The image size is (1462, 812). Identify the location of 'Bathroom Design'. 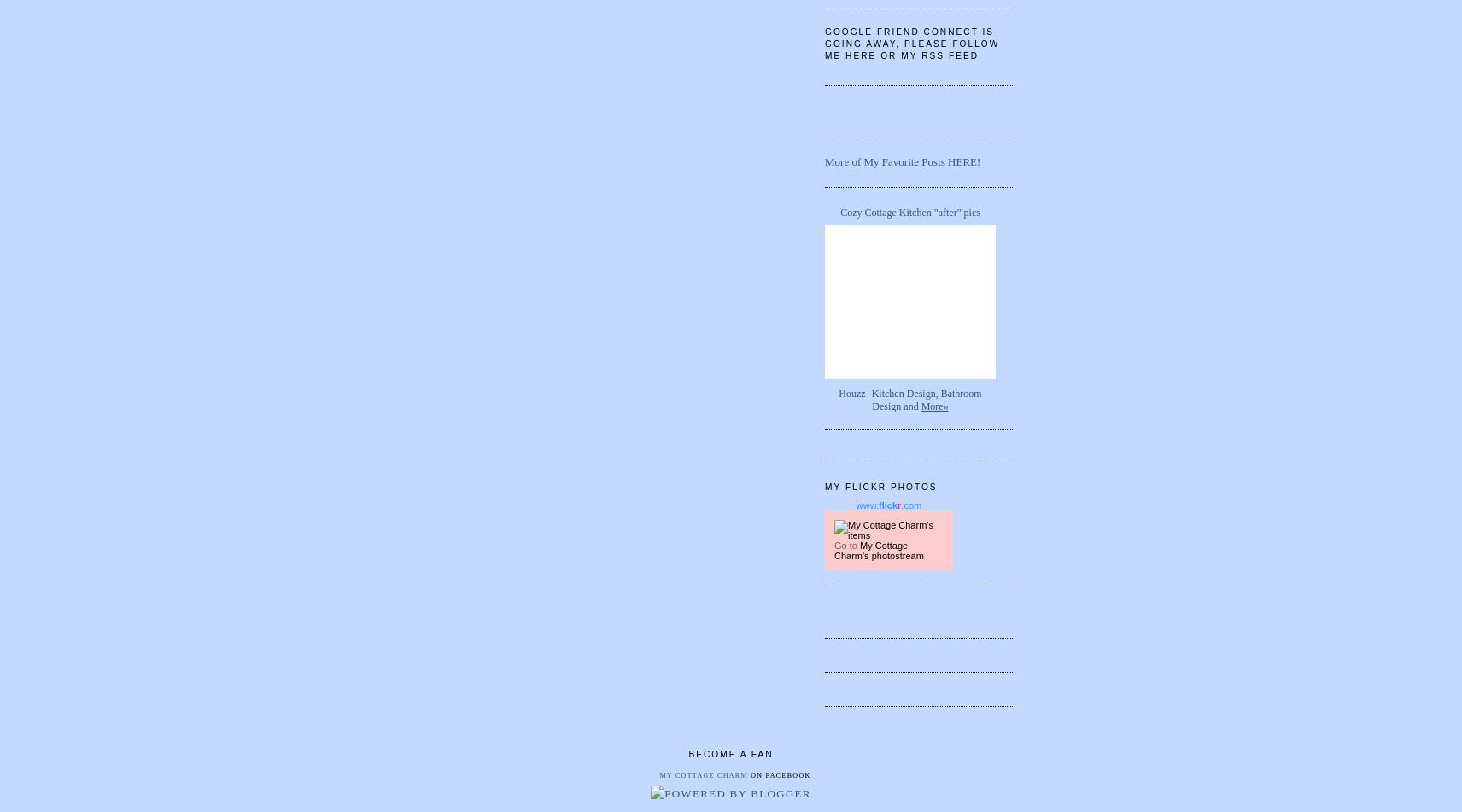
(927, 399).